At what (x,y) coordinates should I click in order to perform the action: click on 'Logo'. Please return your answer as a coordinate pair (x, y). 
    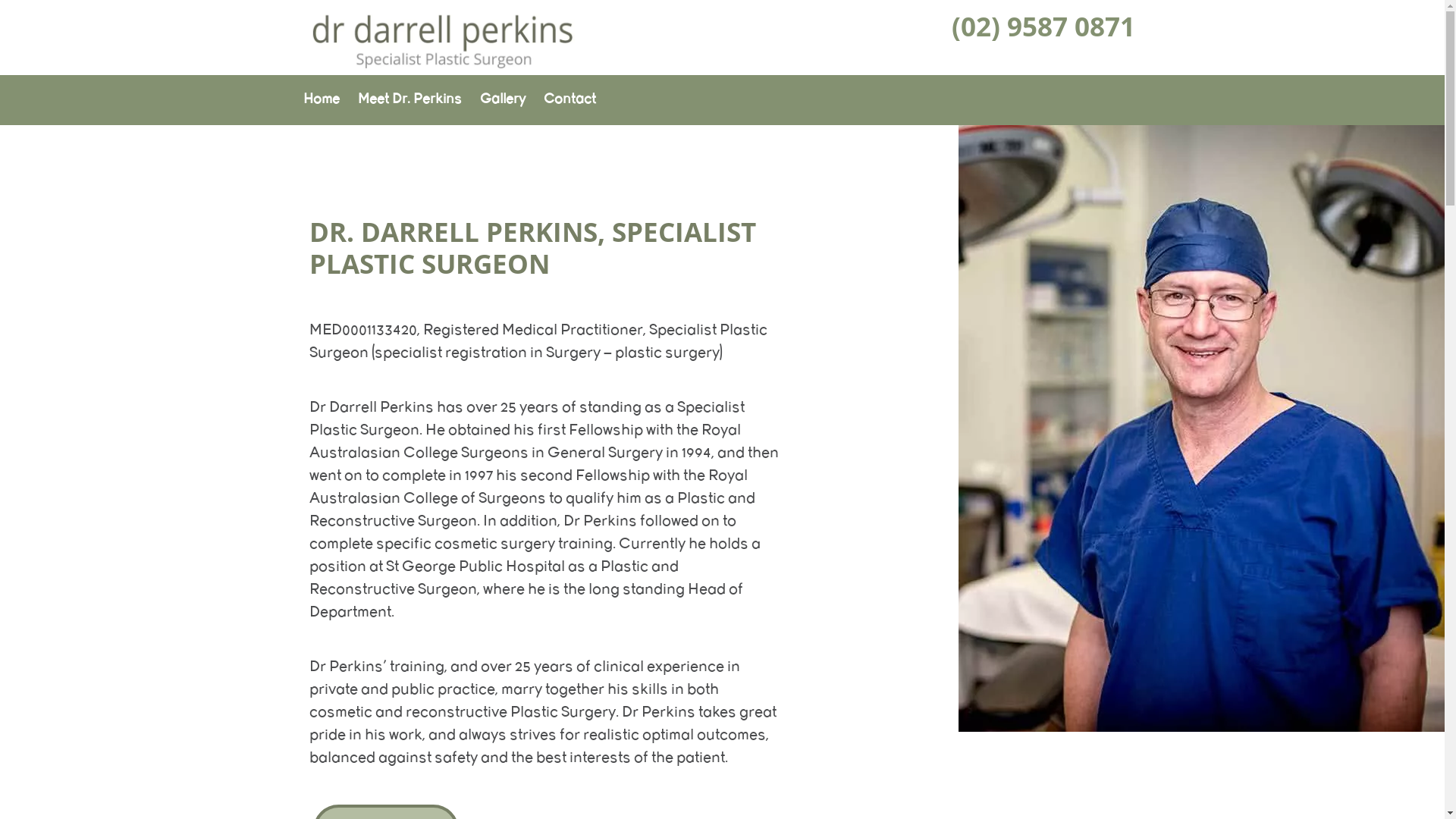
    Looking at the image, I should click on (441, 66).